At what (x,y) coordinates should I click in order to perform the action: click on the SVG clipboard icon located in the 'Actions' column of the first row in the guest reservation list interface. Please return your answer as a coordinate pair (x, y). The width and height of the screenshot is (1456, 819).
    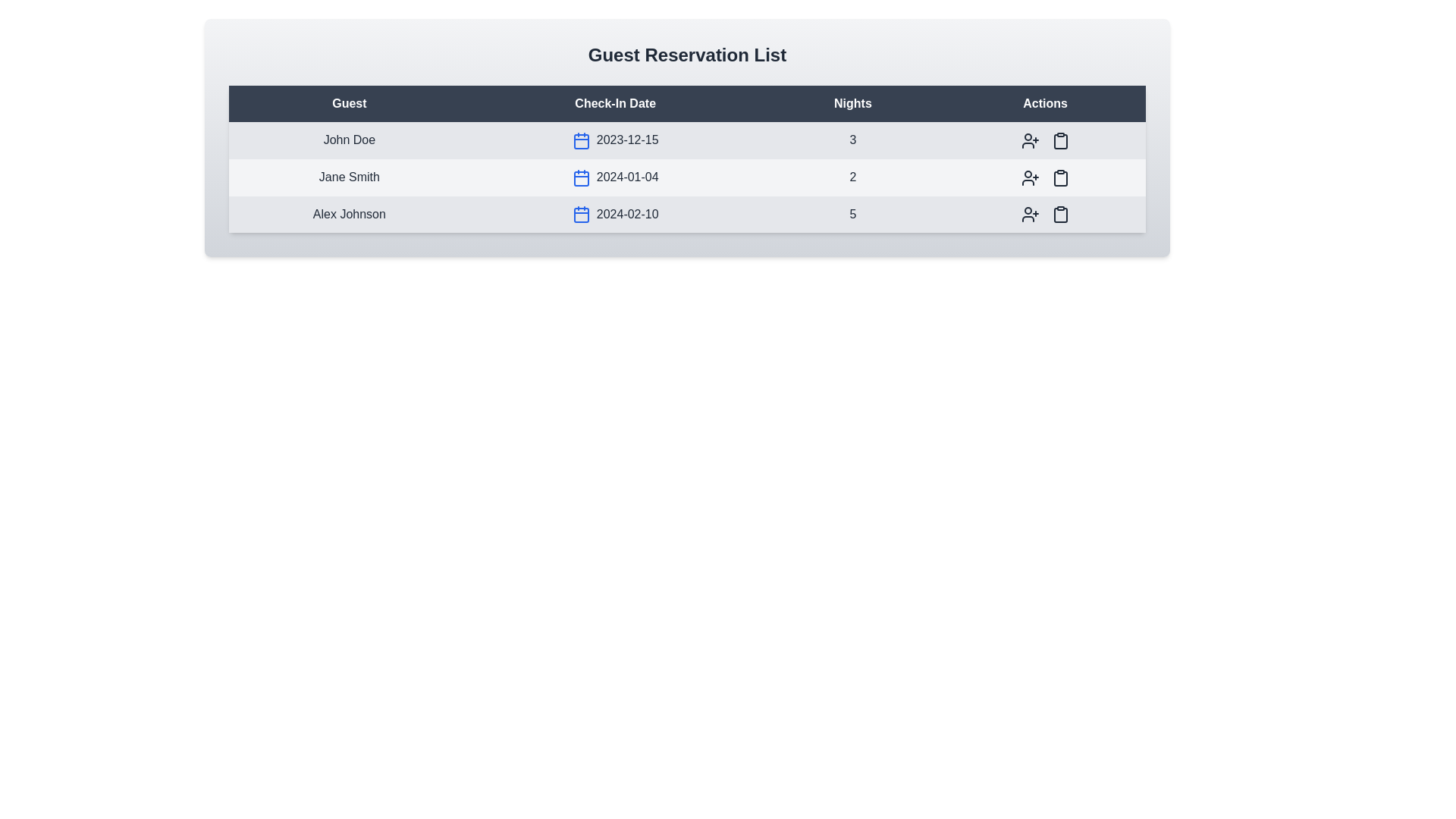
    Looking at the image, I should click on (1059, 140).